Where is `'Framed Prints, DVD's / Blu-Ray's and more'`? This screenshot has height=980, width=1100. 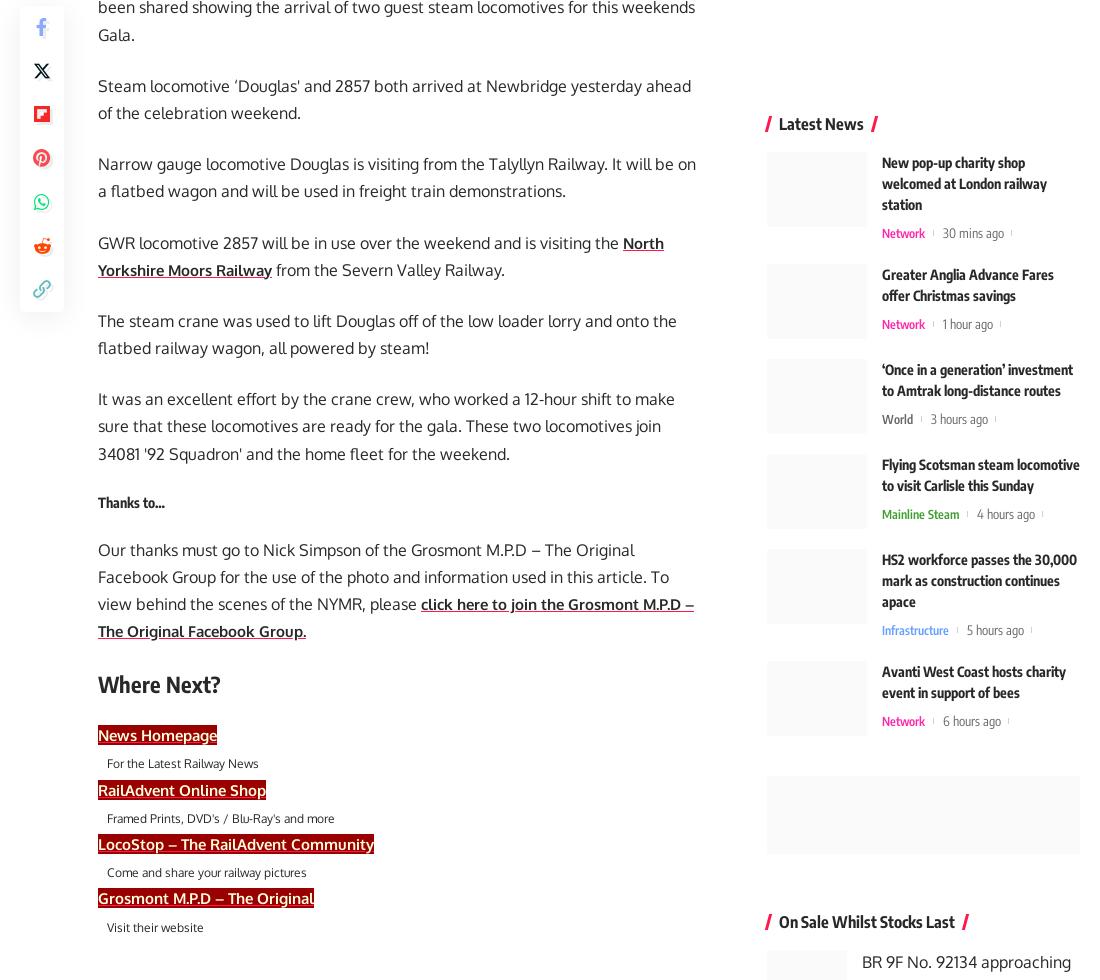
'Framed Prints, DVD's / Blu-Ray's and more' is located at coordinates (216, 823).